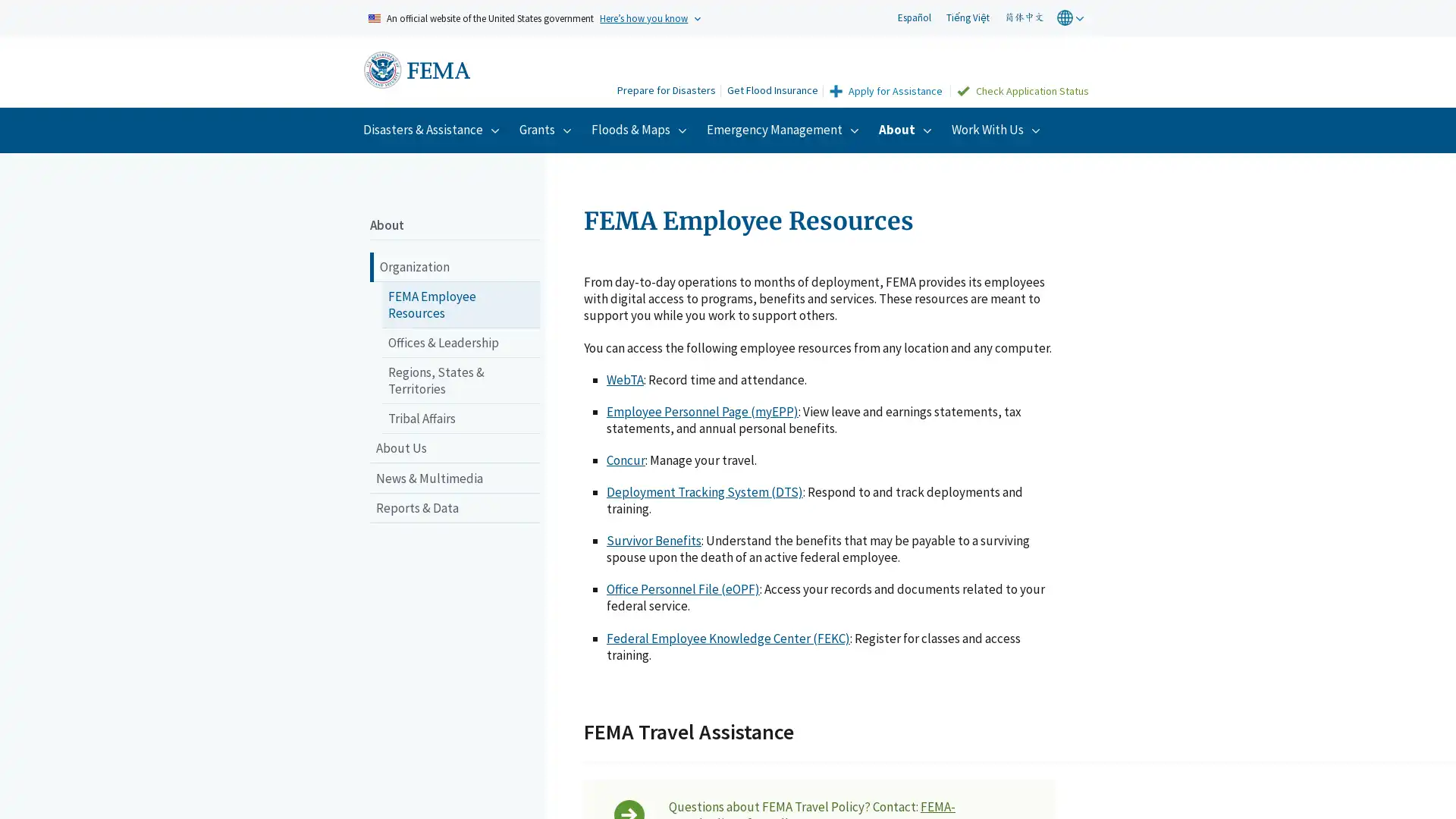  Describe the element at coordinates (785, 128) in the screenshot. I see `Emergency Management` at that location.